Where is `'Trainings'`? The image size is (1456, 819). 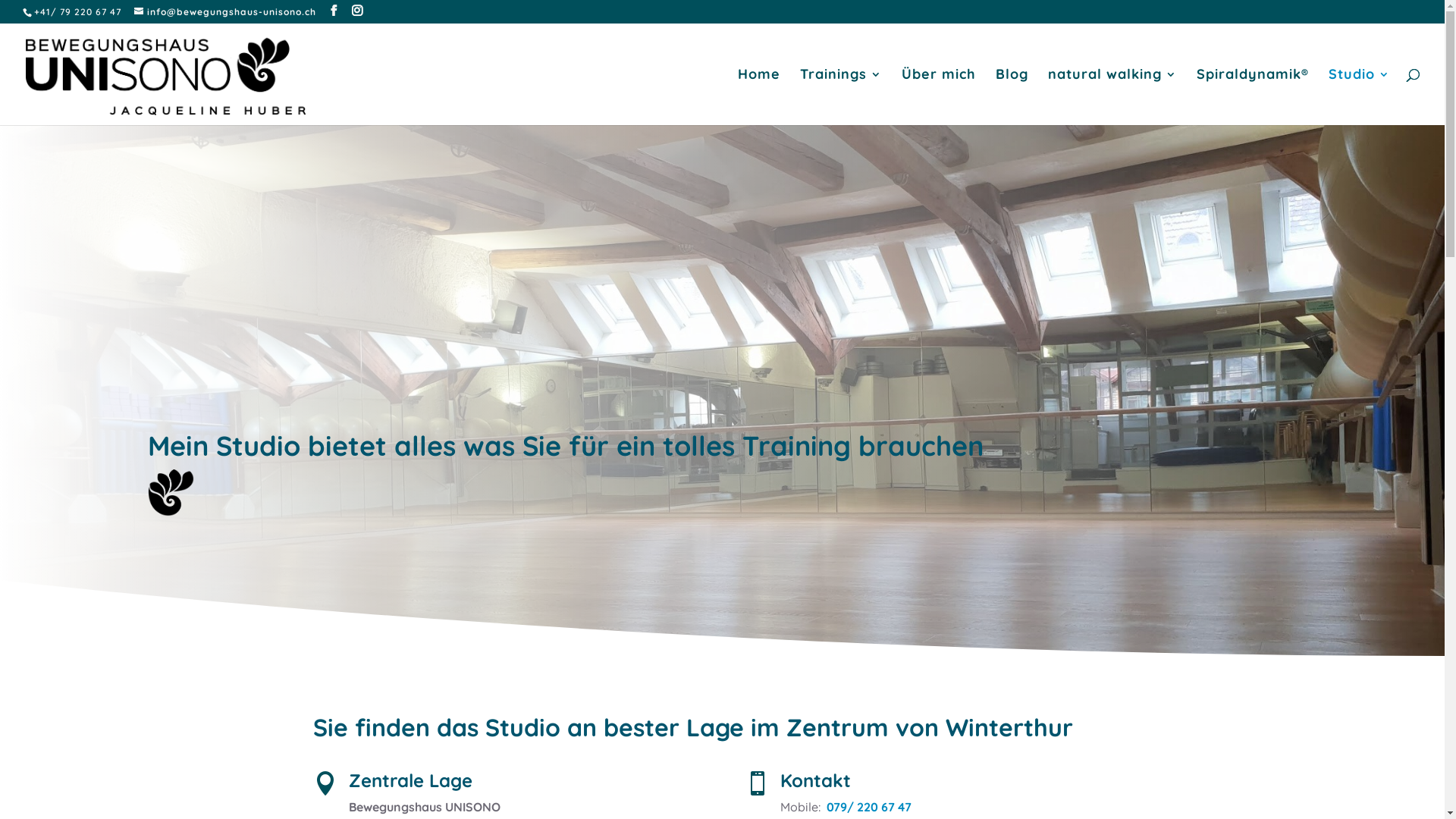 'Trainings' is located at coordinates (799, 96).